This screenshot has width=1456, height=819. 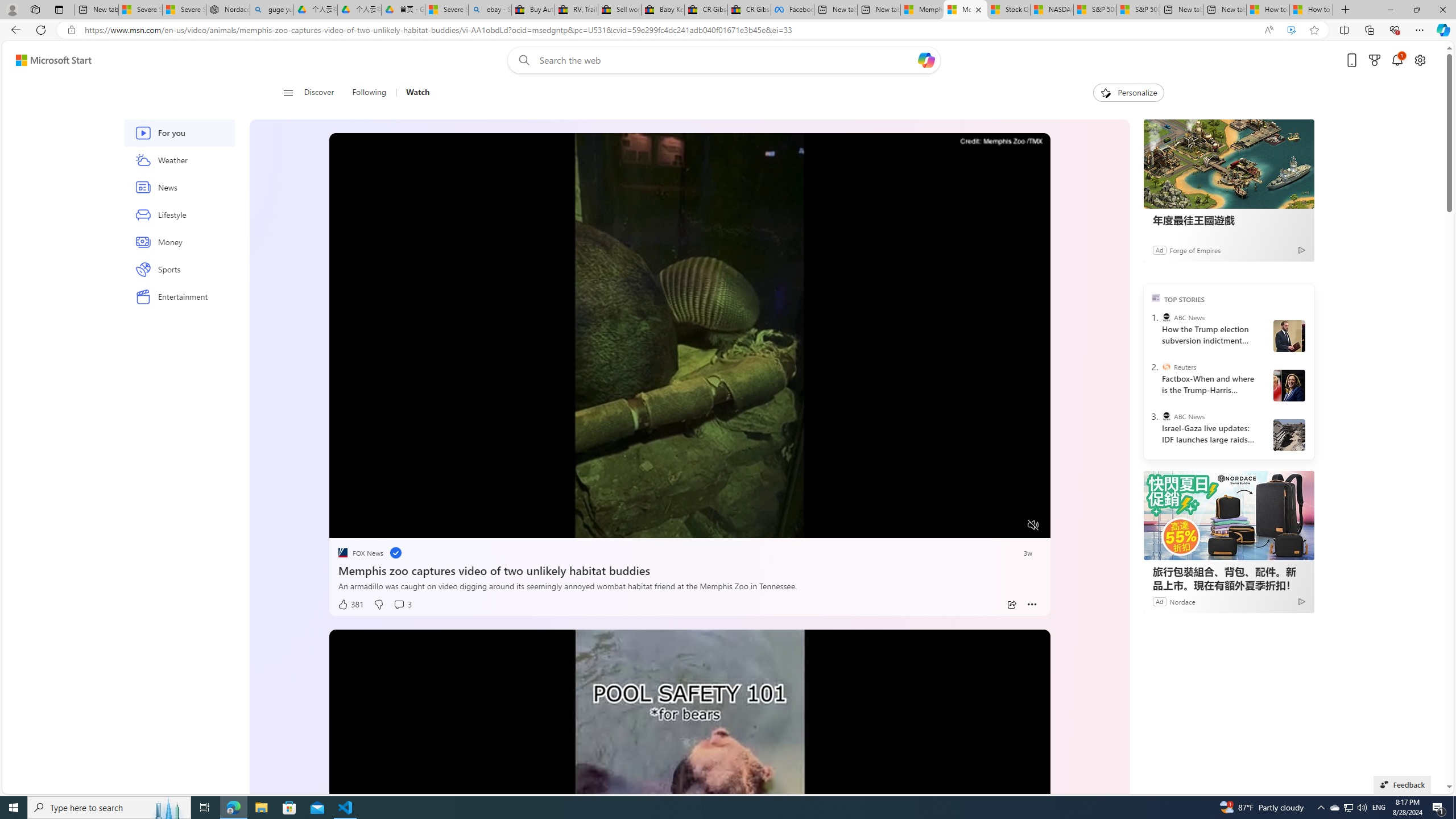 What do you see at coordinates (1310, 9) in the screenshot?
I see `'How to Use a Monitor With Your Closed Laptop'` at bounding box center [1310, 9].